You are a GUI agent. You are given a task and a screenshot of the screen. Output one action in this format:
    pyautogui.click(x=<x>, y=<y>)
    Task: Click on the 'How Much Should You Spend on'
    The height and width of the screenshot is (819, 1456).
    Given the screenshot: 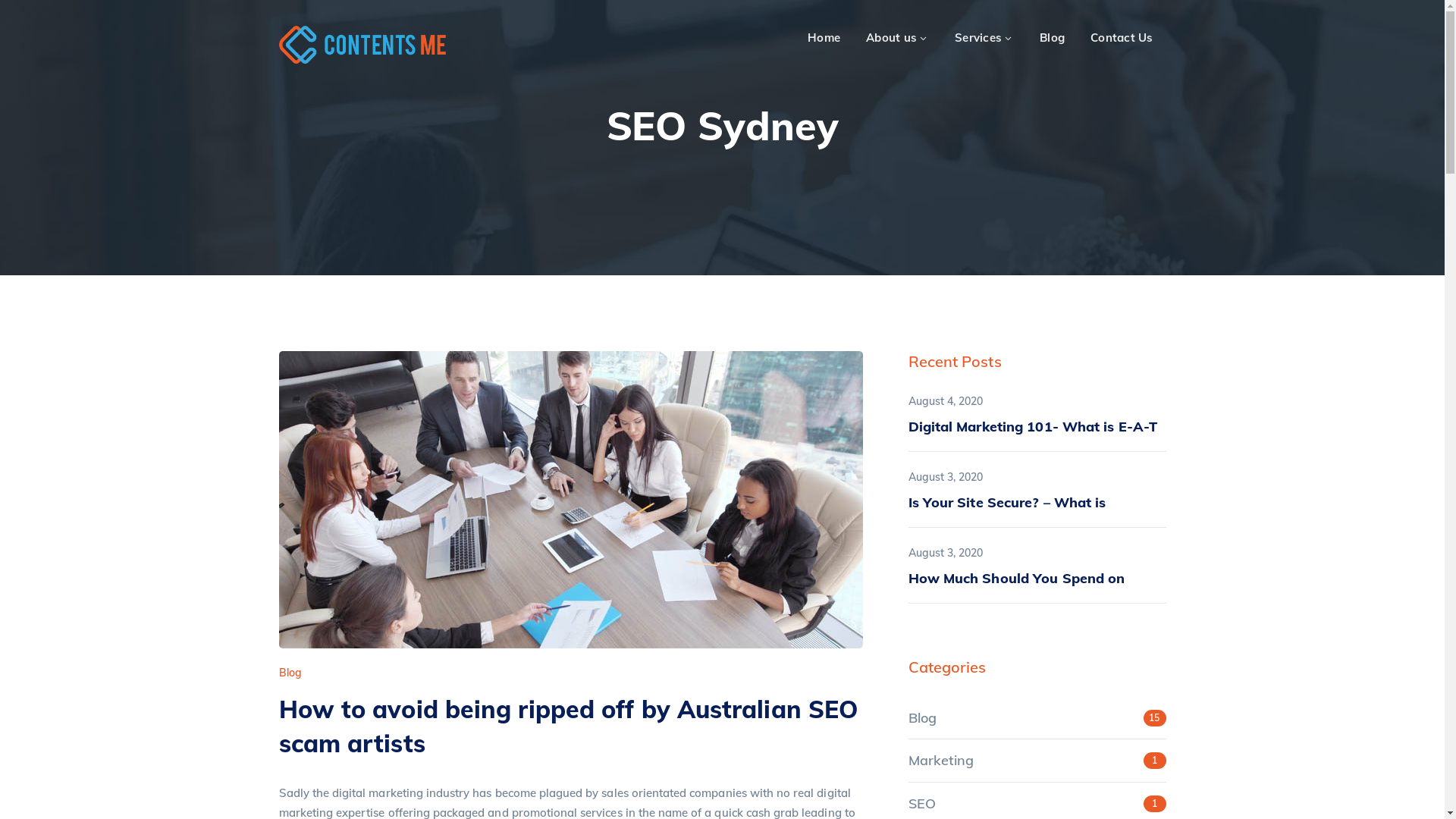 What is the action you would take?
    pyautogui.click(x=1016, y=578)
    